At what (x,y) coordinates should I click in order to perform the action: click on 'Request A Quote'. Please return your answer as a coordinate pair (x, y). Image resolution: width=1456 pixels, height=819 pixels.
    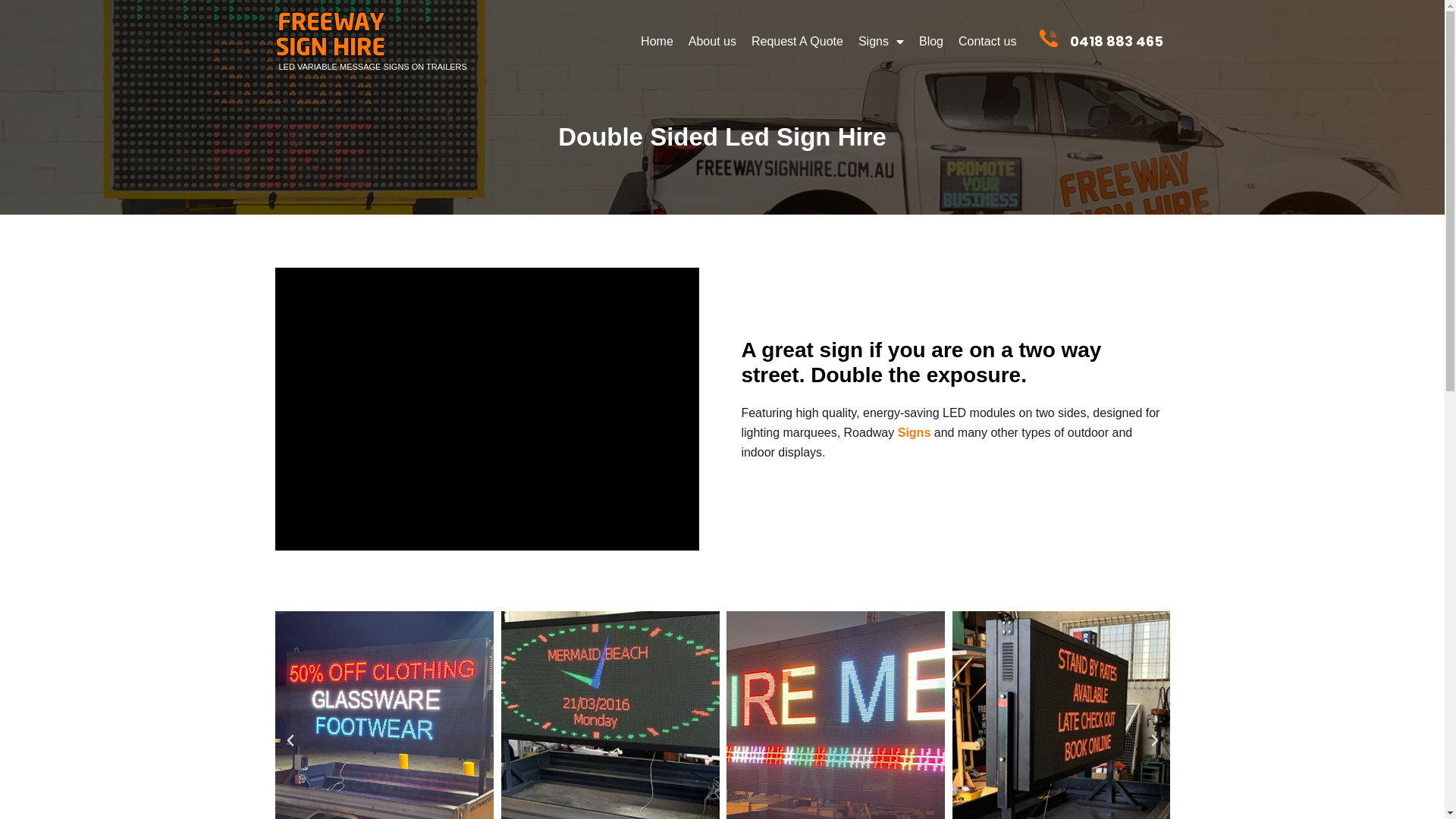
    Looking at the image, I should click on (796, 40).